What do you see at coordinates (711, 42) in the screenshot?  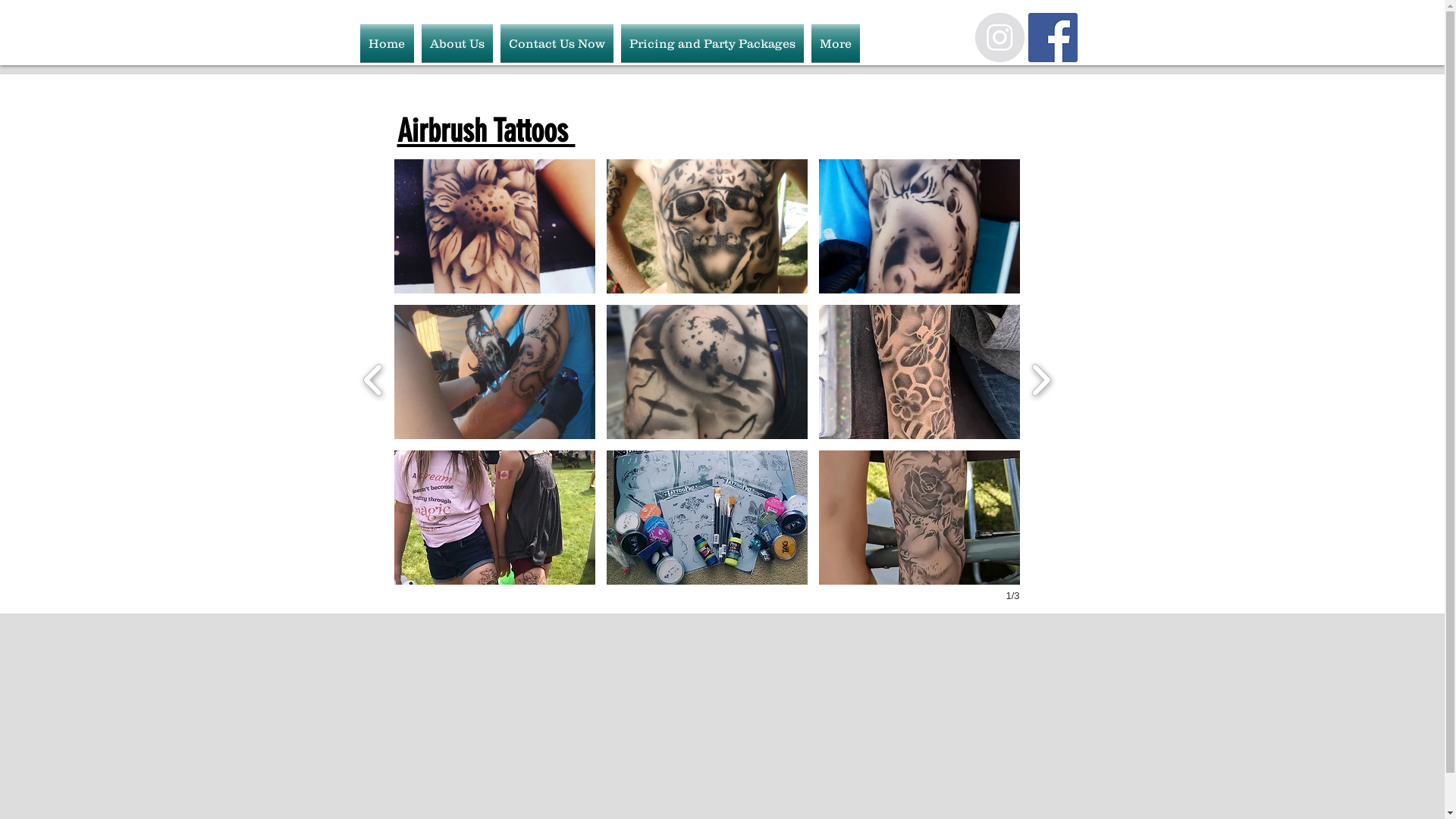 I see `'Pricing and Party Packages'` at bounding box center [711, 42].